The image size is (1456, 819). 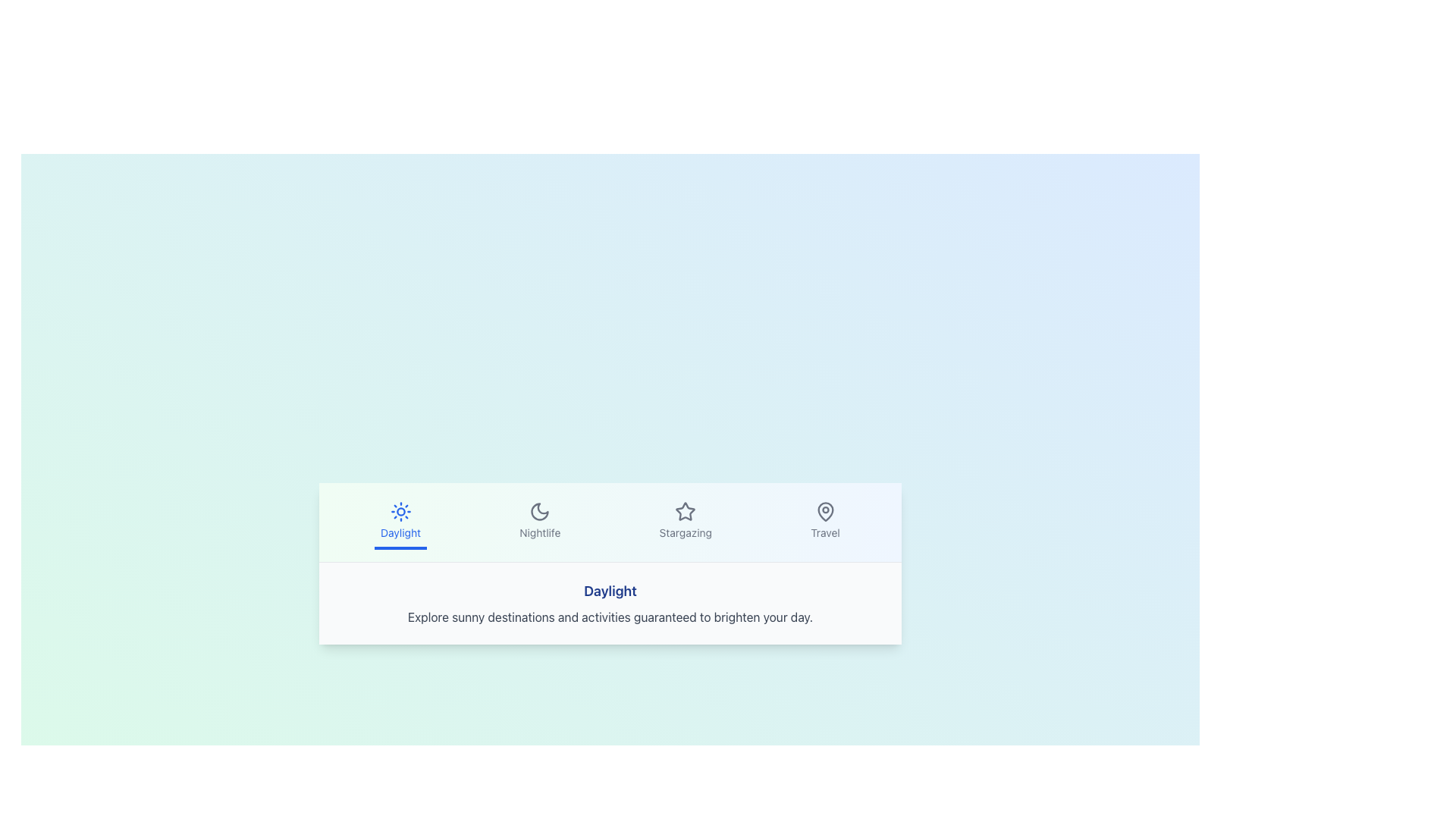 What do you see at coordinates (685, 521) in the screenshot?
I see `the third button in the horizontal menu bar` at bounding box center [685, 521].